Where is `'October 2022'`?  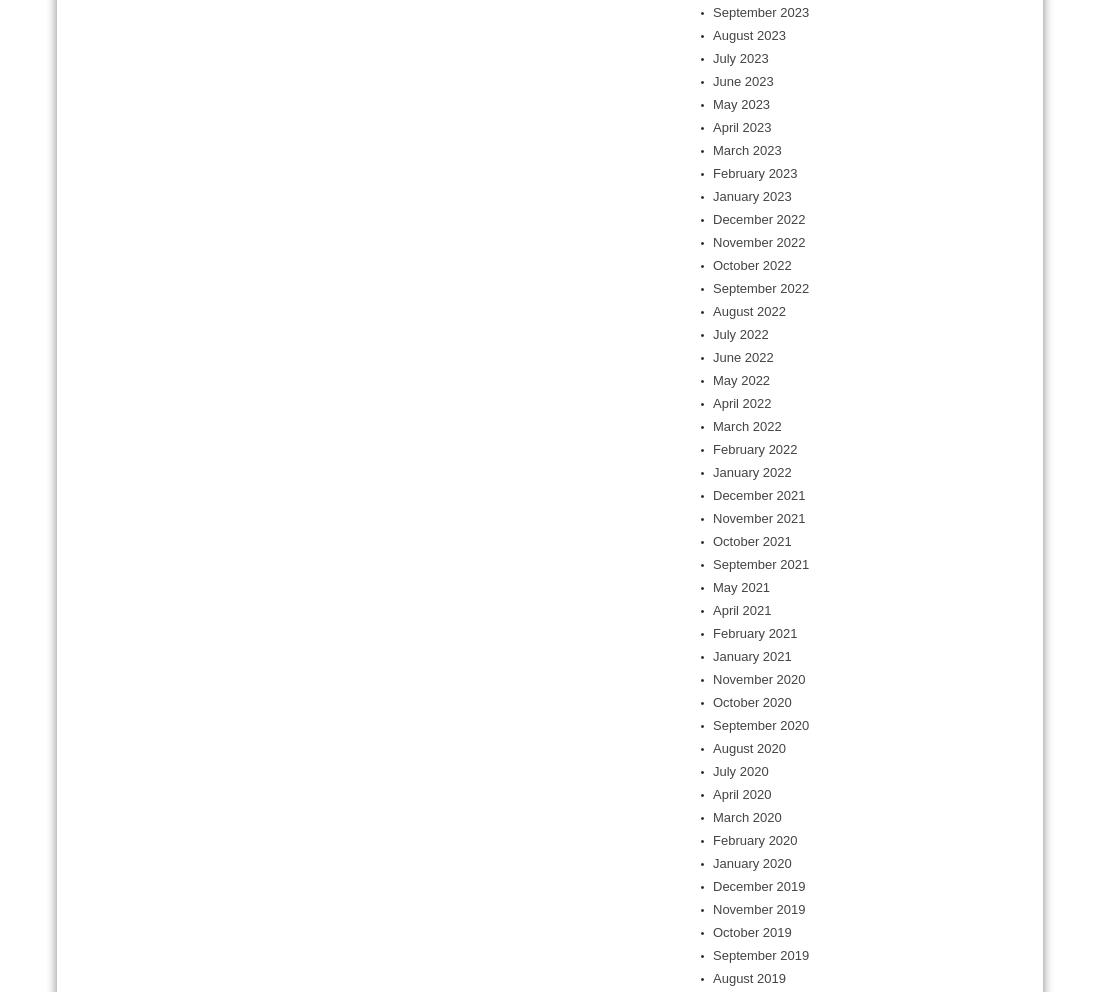
'October 2022' is located at coordinates (750, 264).